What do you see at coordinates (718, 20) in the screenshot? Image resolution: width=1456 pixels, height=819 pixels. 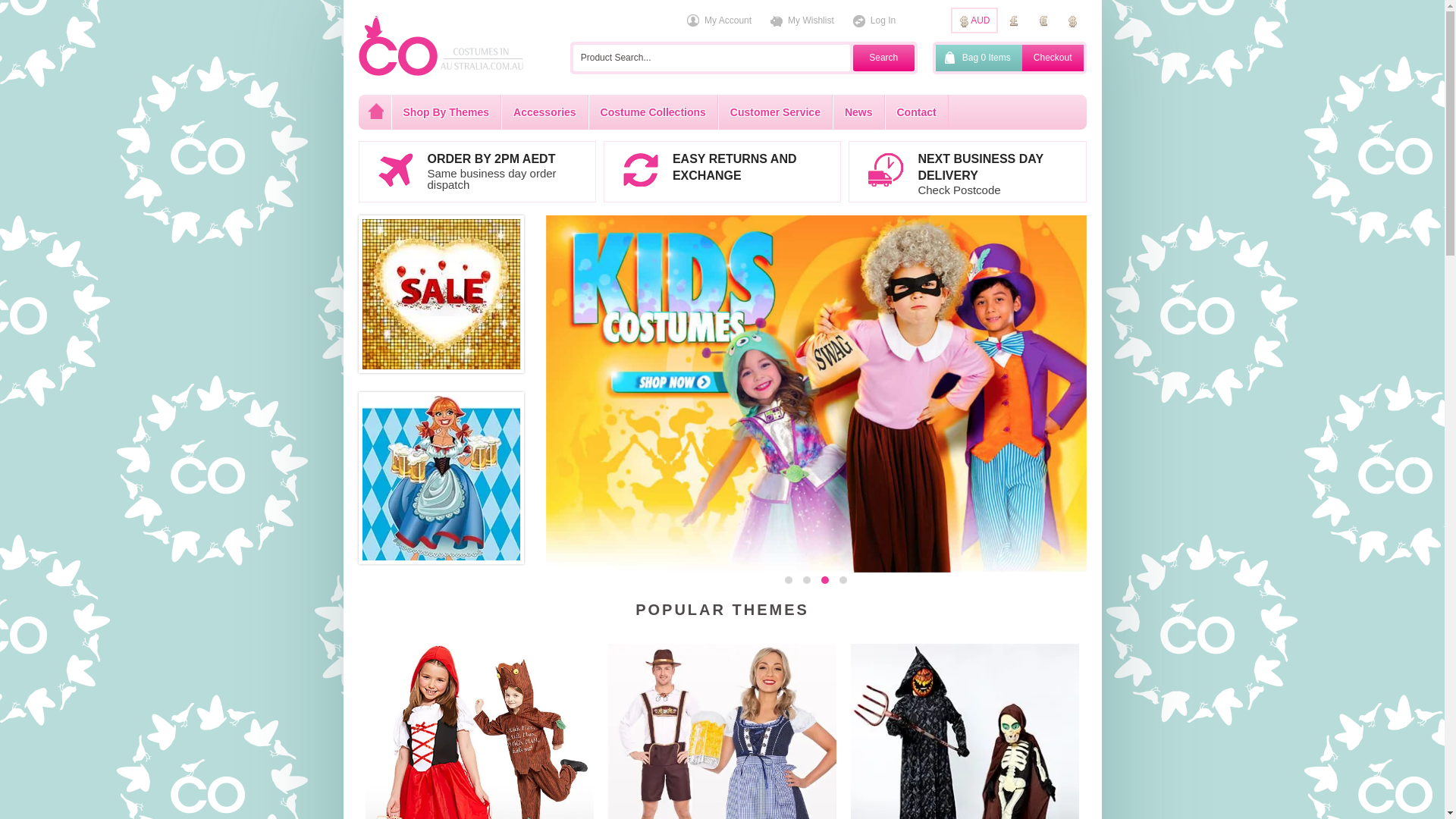 I see `'My Account'` at bounding box center [718, 20].